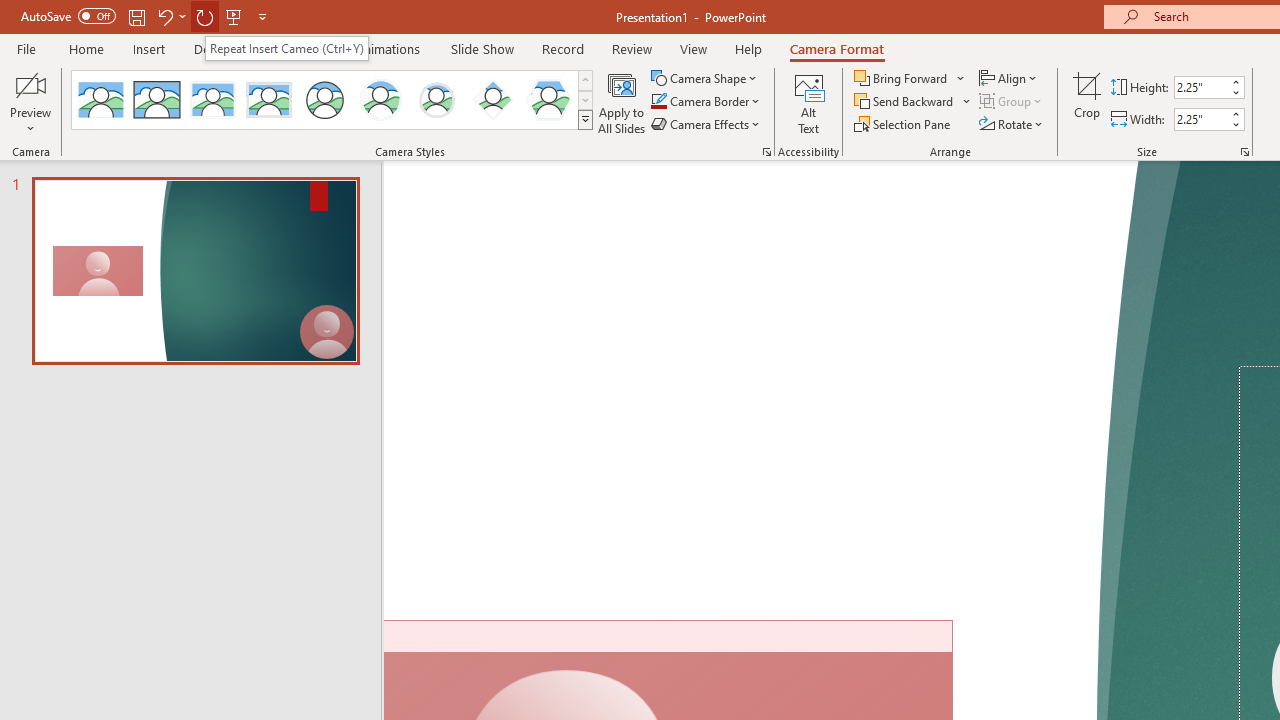  I want to click on 'Row Down', so click(584, 100).